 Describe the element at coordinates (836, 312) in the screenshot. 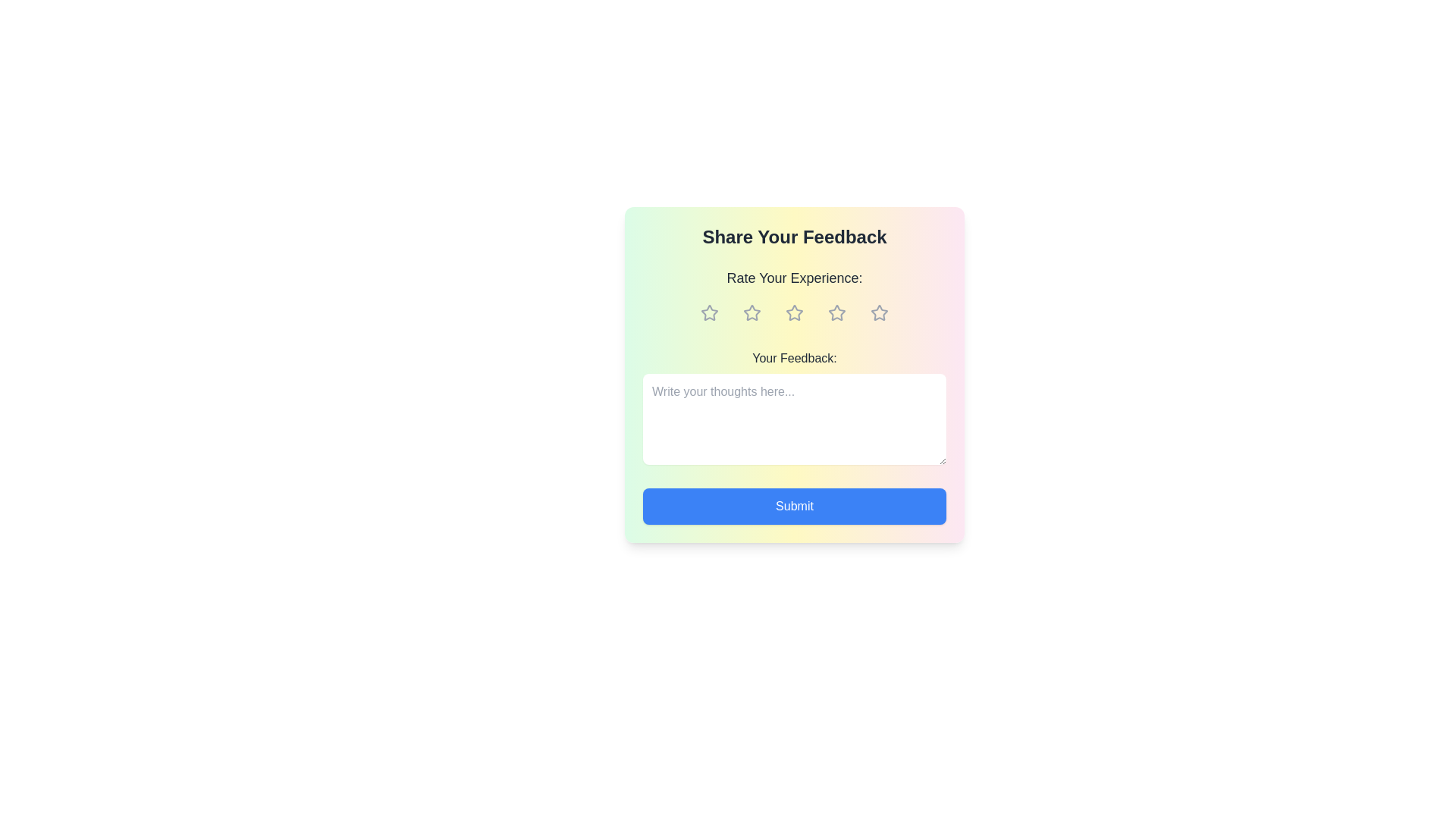

I see `the fourth star` at that location.